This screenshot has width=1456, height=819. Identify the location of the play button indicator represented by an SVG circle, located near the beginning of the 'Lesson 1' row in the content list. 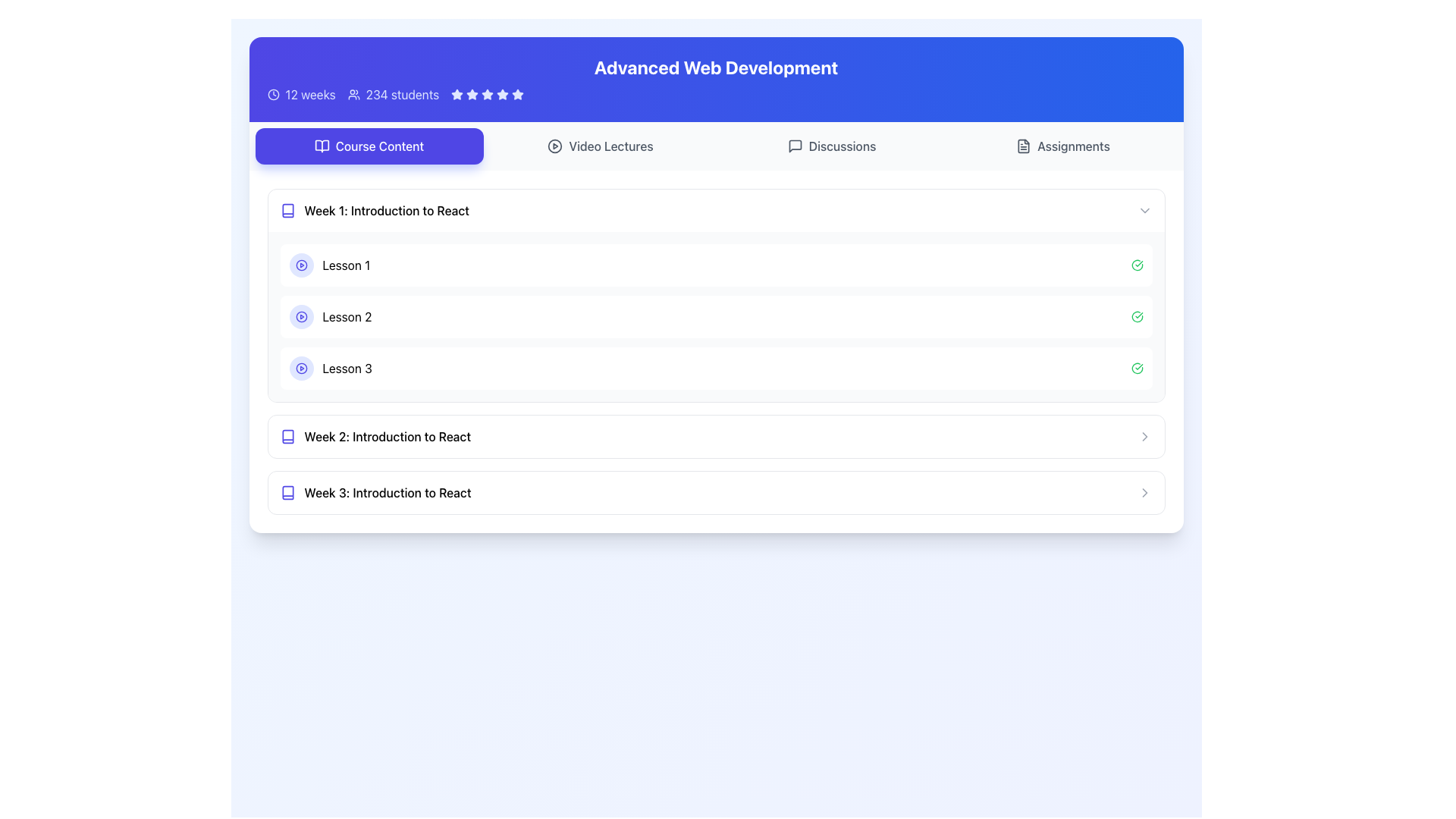
(301, 265).